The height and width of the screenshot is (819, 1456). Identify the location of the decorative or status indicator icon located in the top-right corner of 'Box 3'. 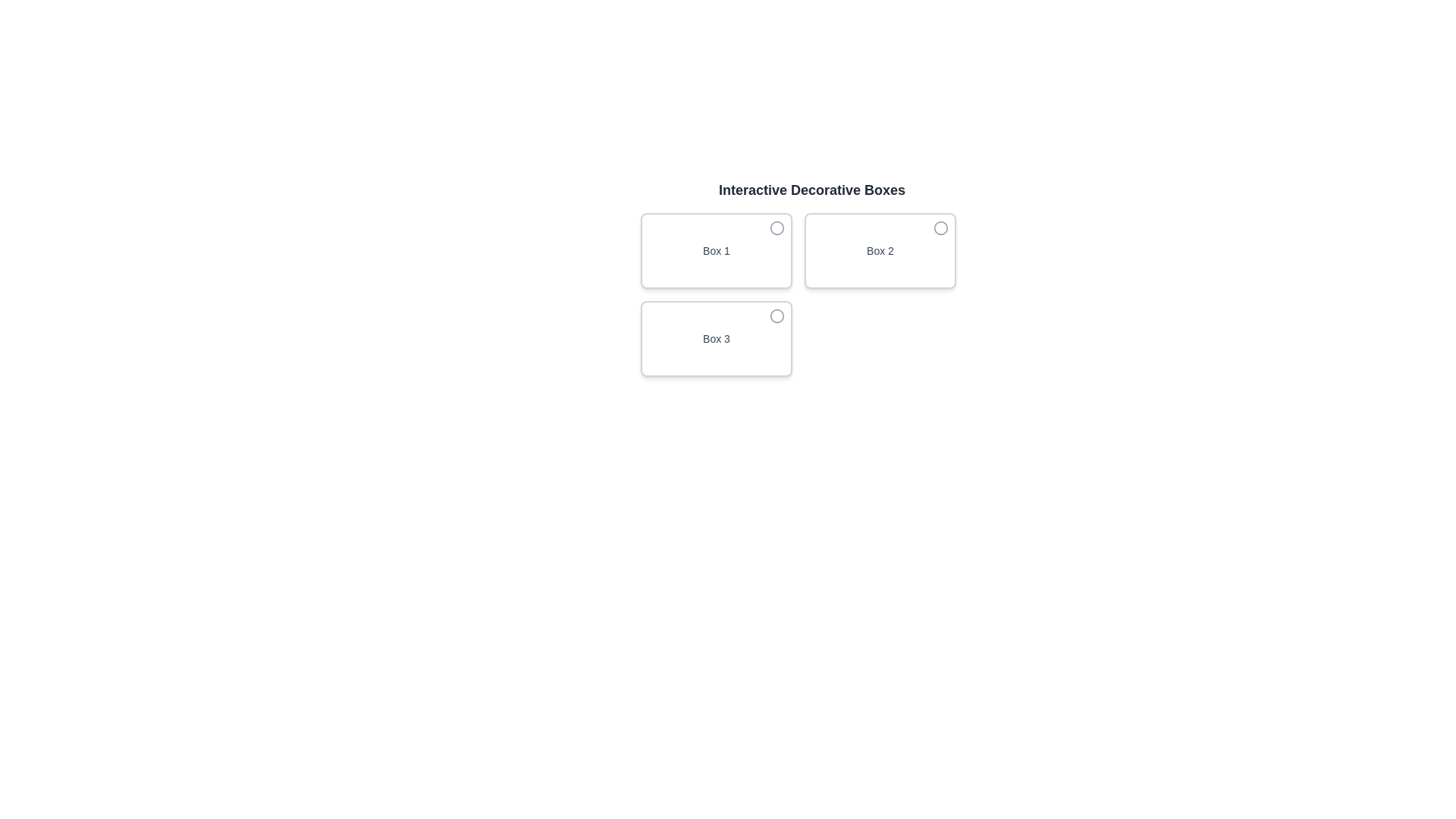
(777, 315).